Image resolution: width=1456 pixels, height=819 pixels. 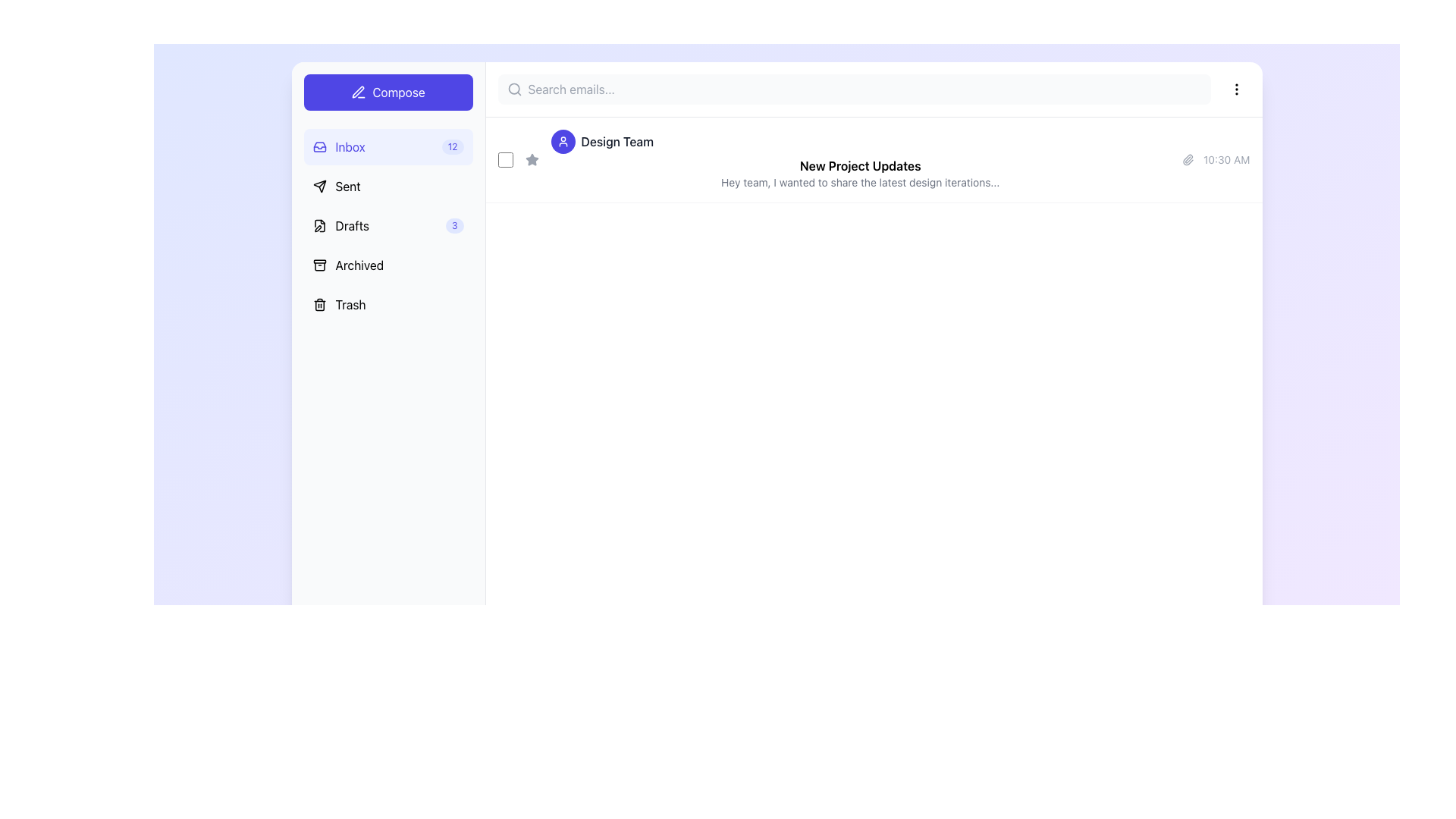 I want to click on displayed time from the text label showing '10:30 AM' in gray font located in the top-right section of the email list view, so click(x=1226, y=160).